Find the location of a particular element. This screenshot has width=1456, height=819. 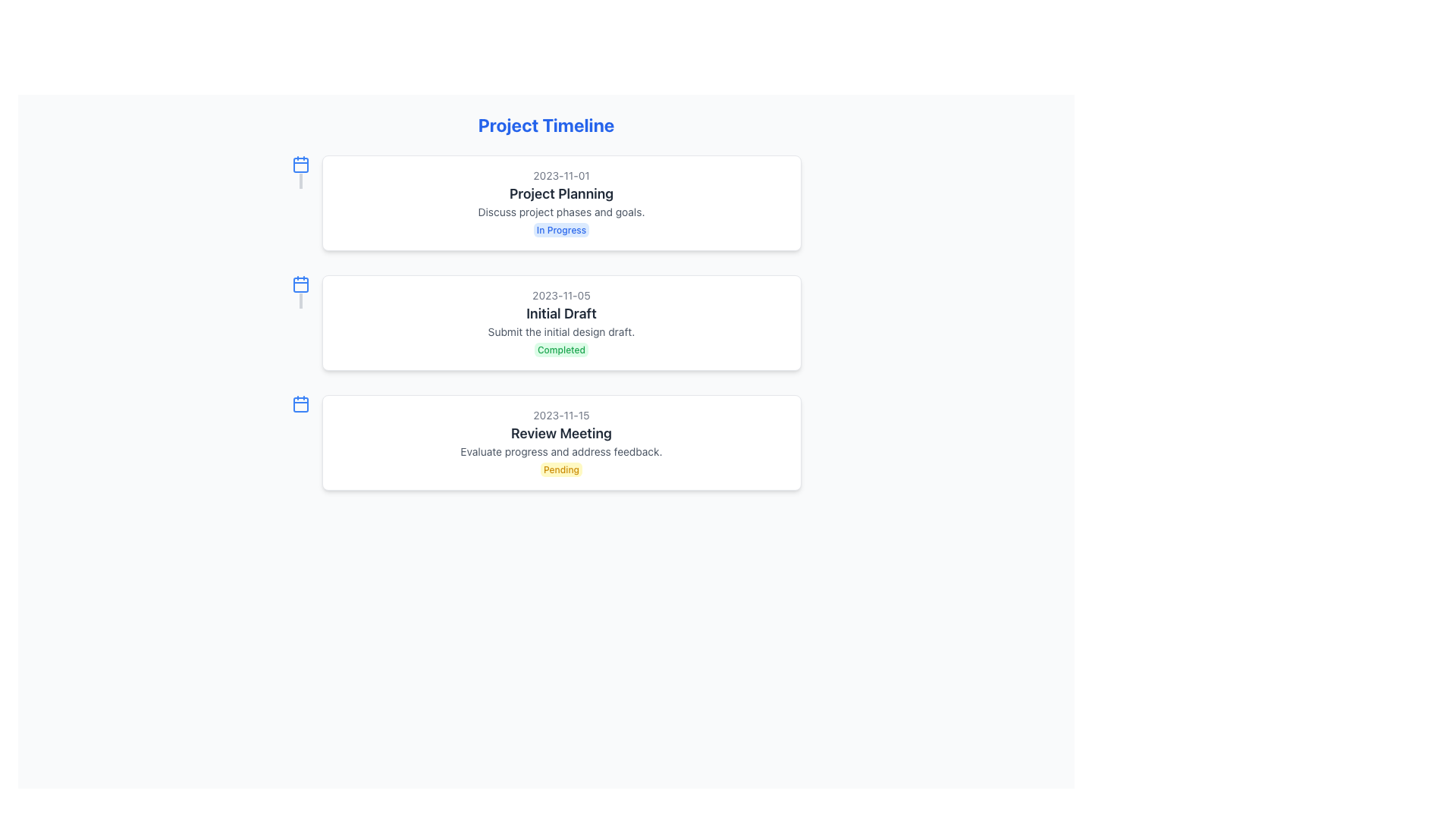

the date or time-related icon positioned to the left of the text 'Project Planning' in the timeline layout is located at coordinates (300, 164).